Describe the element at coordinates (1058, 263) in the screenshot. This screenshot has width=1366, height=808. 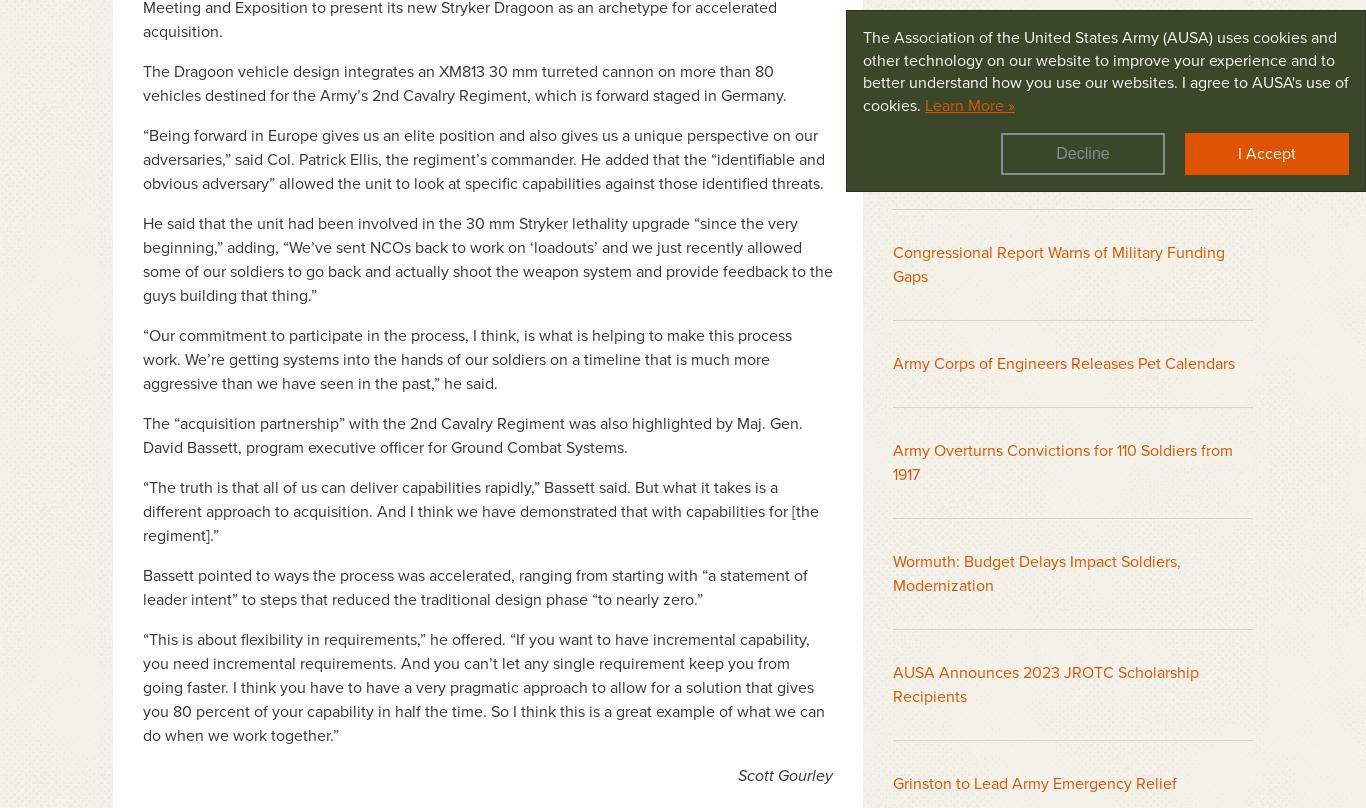
I see `'Congressional Report Warns of Military Funding Gaps'` at that location.